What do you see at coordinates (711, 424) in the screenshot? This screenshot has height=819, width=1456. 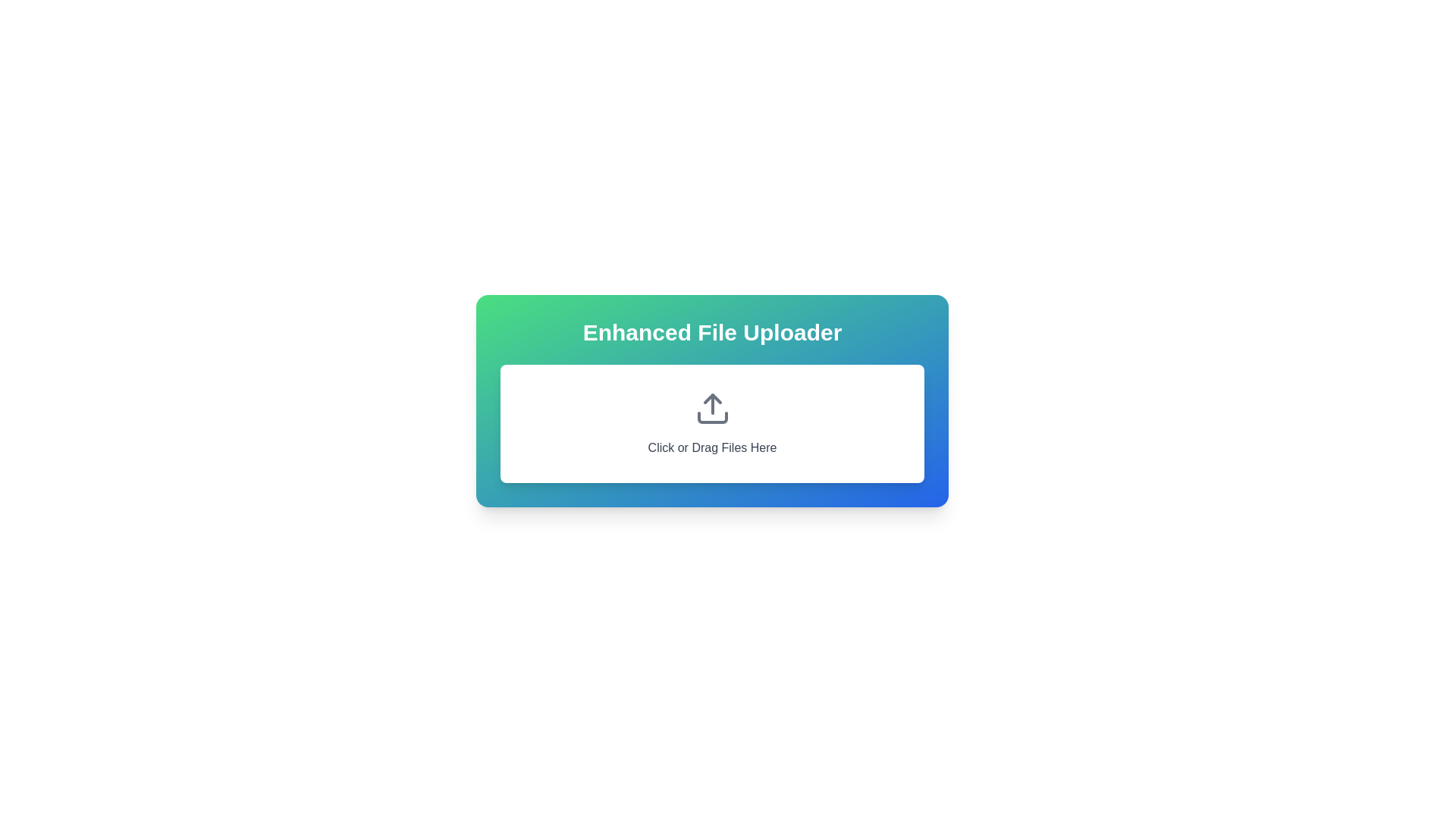 I see `the File Upload Box located centrally within the card area, which has a gradient background and is labeled 'Enhanced File Uploader'` at bounding box center [711, 424].